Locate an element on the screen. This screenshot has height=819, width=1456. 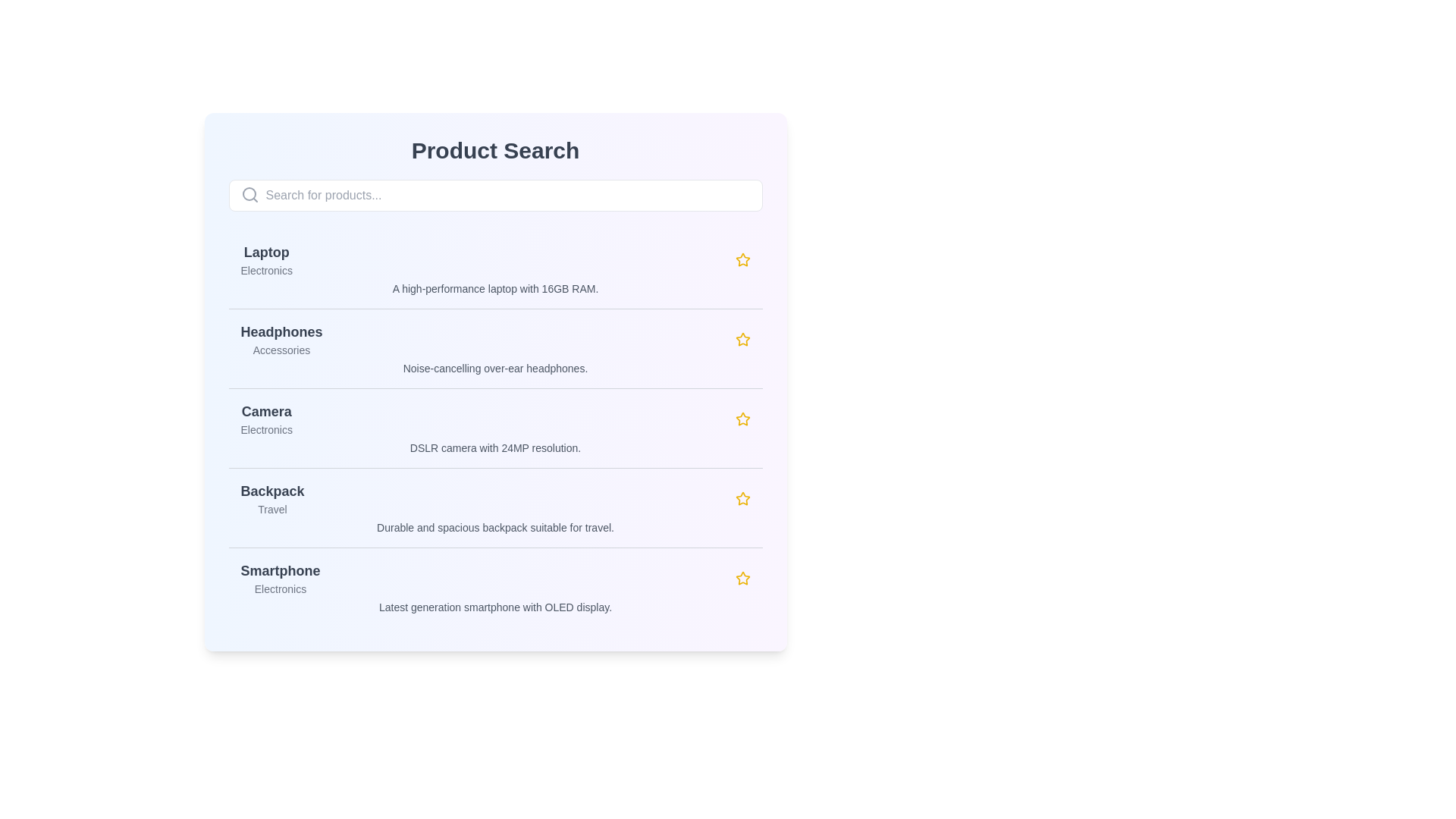
the 'Electronics' text label, which is a small-sized gray font positioned directly beneath the 'Camera' text in a list item group is located at coordinates (266, 430).